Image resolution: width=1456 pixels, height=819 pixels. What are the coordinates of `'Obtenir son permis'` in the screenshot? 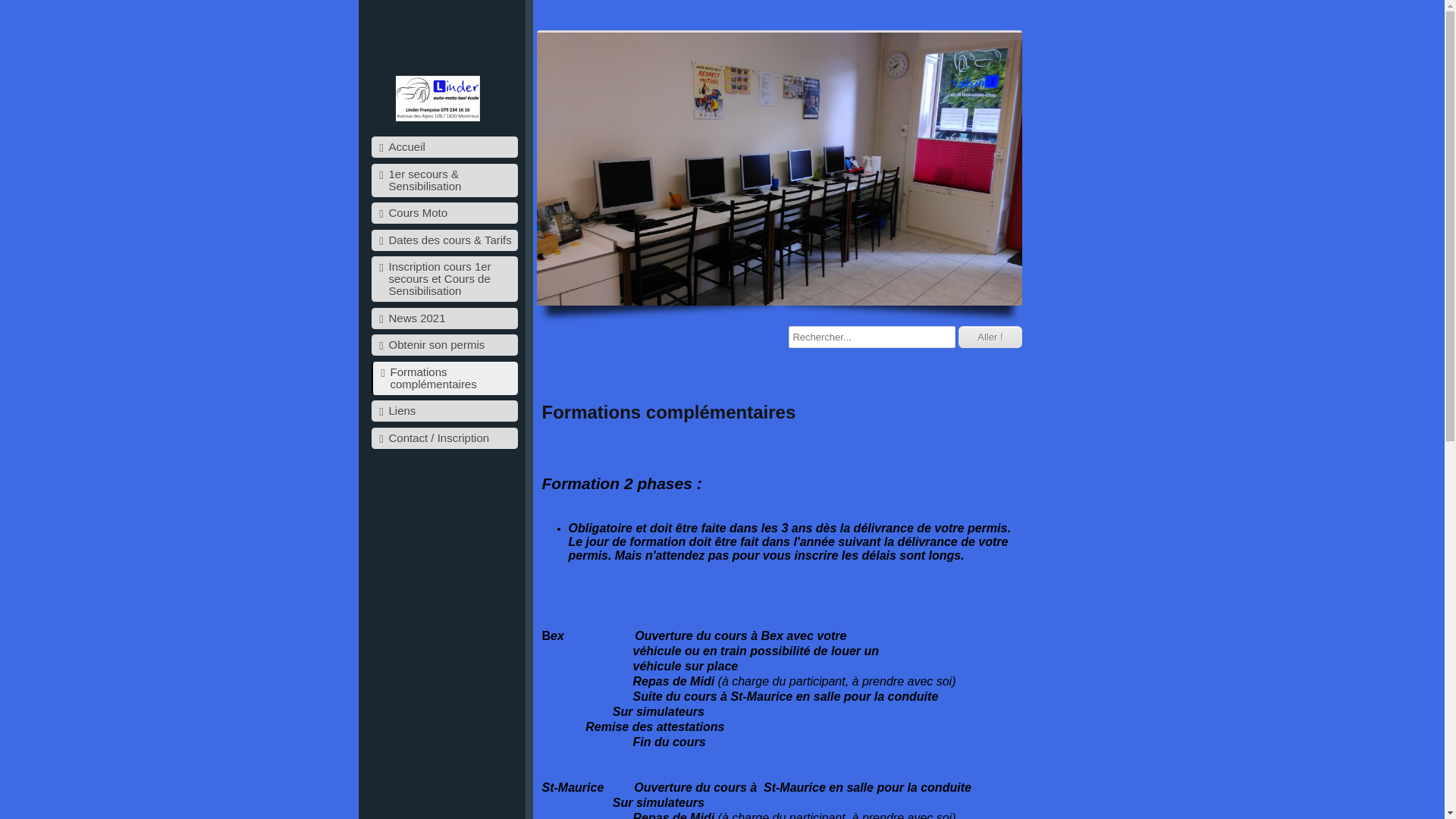 It's located at (444, 345).